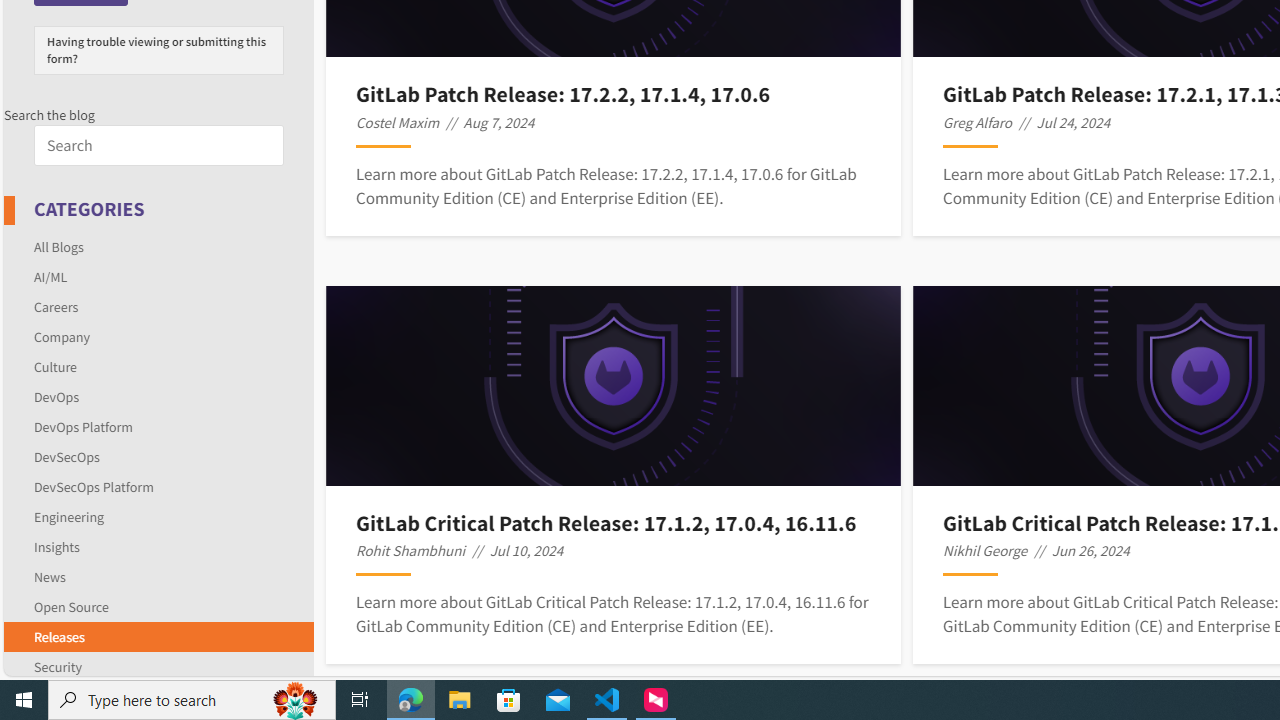  Describe the element at coordinates (977, 122) in the screenshot. I see `'Greg Alfaro'` at that location.